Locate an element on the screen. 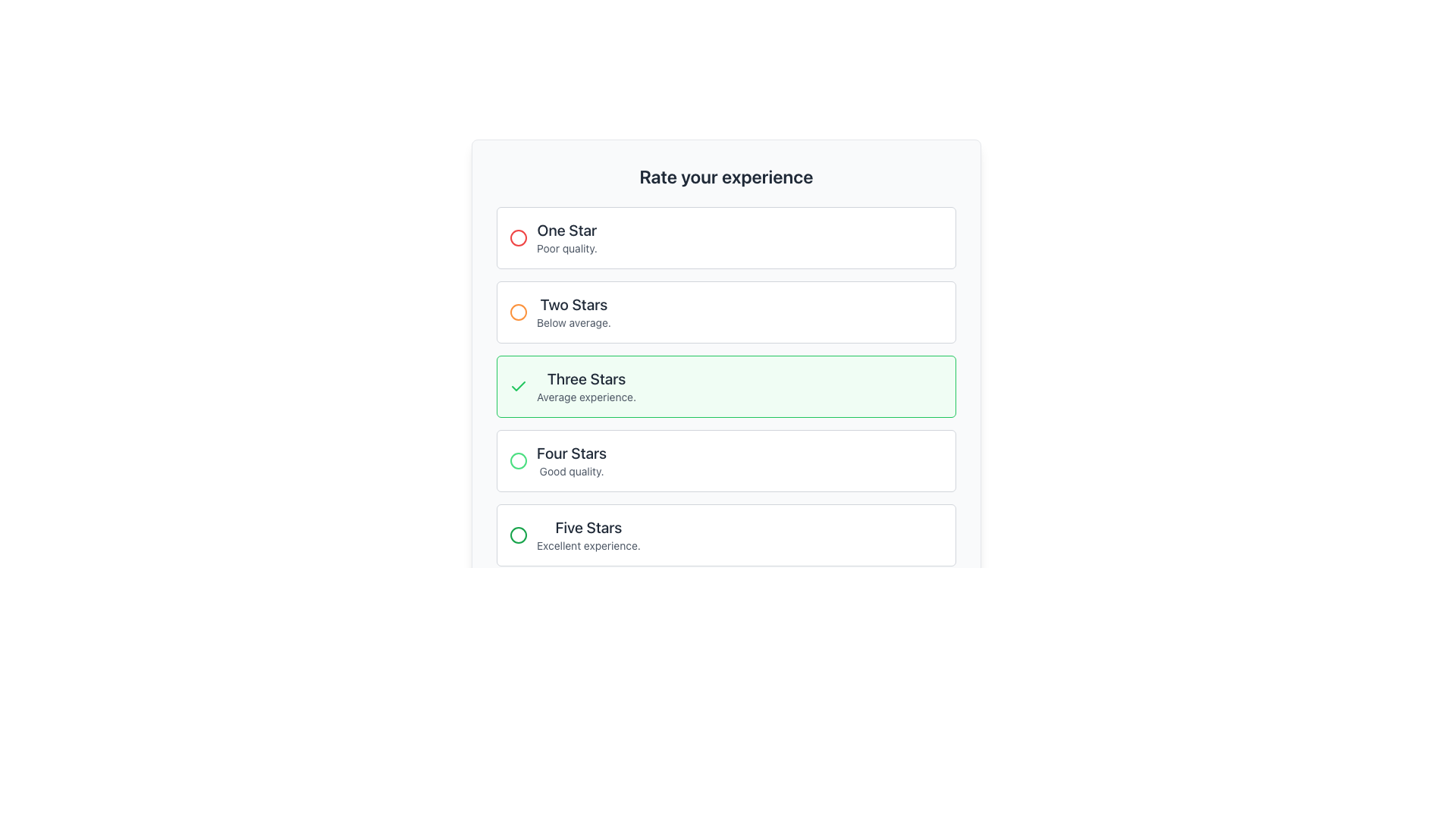 The width and height of the screenshot is (1456, 819). the circular icon with a green border representing 'Four Stars' in the 'Rate your experience' list is located at coordinates (519, 460).